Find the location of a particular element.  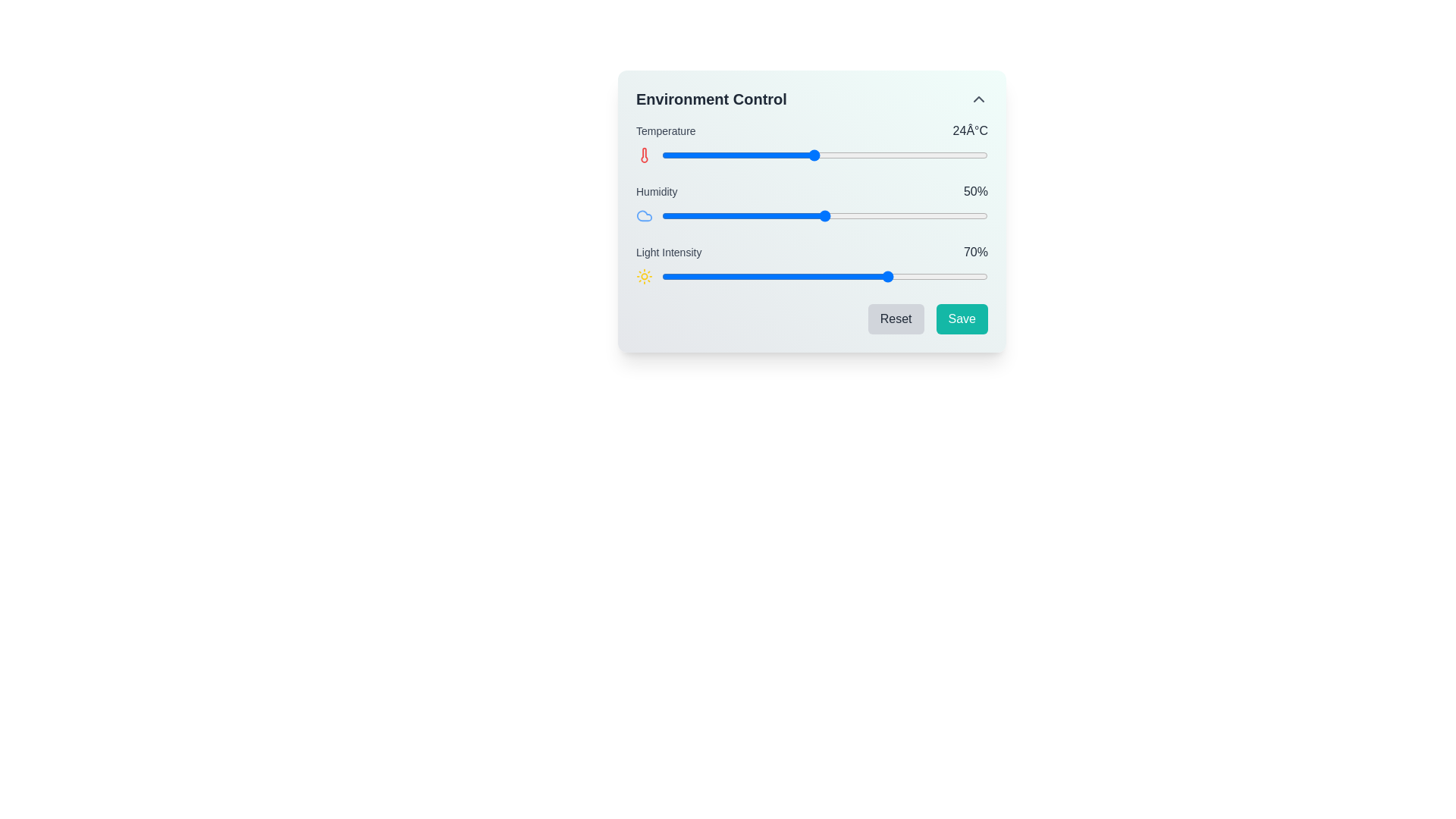

light intensity is located at coordinates (890, 277).